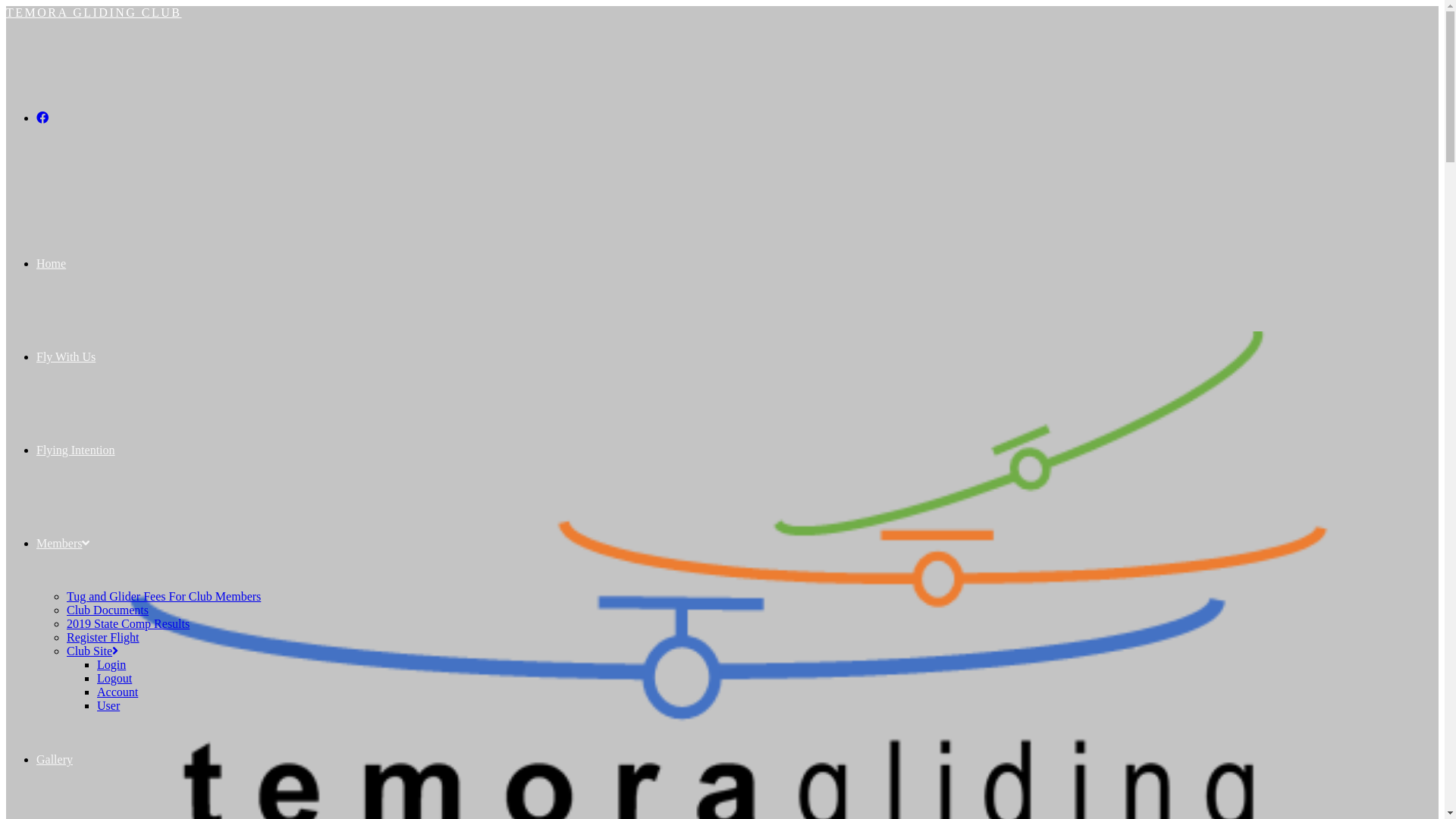 This screenshot has width=1456, height=819. Describe the element at coordinates (61, 542) in the screenshot. I see `'Members'` at that location.